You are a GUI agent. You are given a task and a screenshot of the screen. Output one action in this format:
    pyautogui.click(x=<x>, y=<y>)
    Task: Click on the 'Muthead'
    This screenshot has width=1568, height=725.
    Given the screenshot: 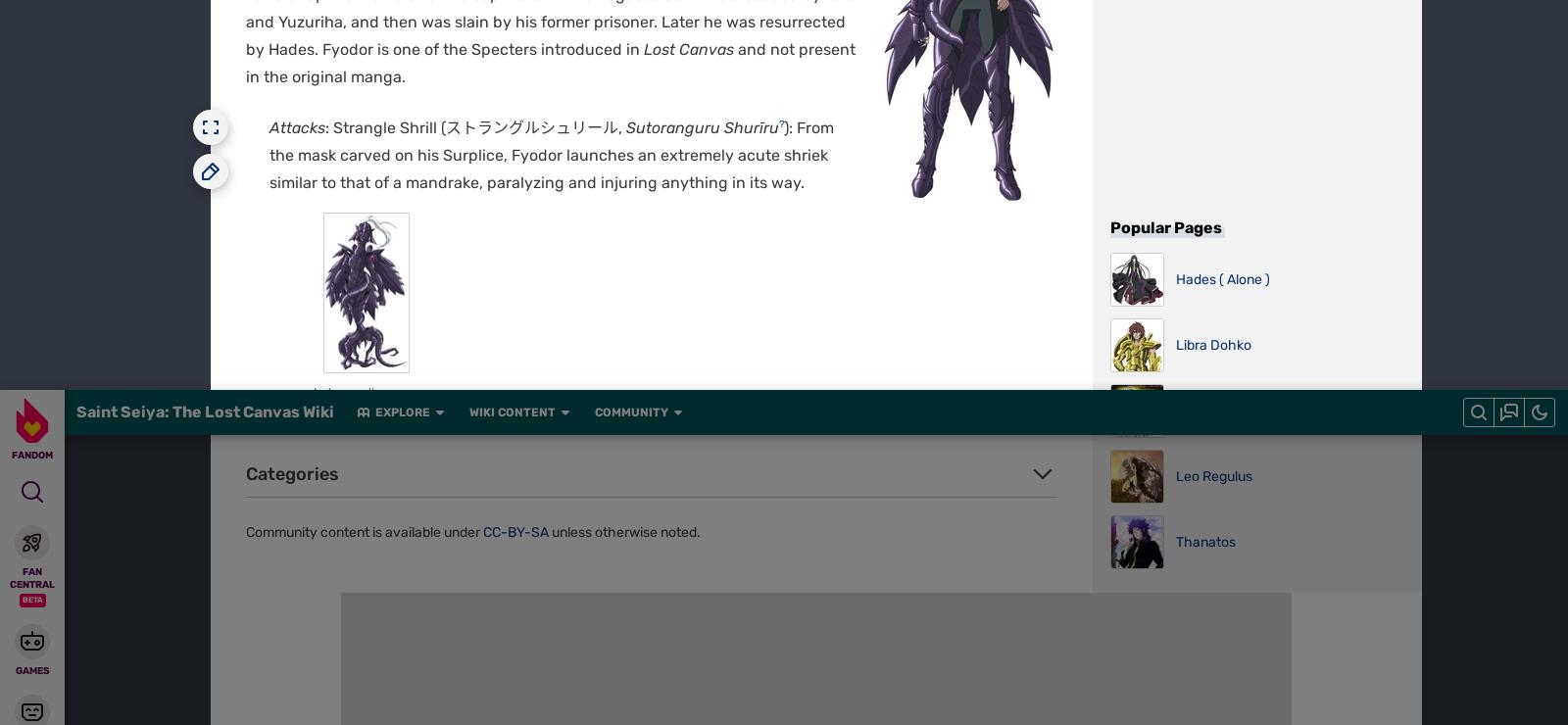 What is the action you would take?
    pyautogui.click(x=362, y=36)
    